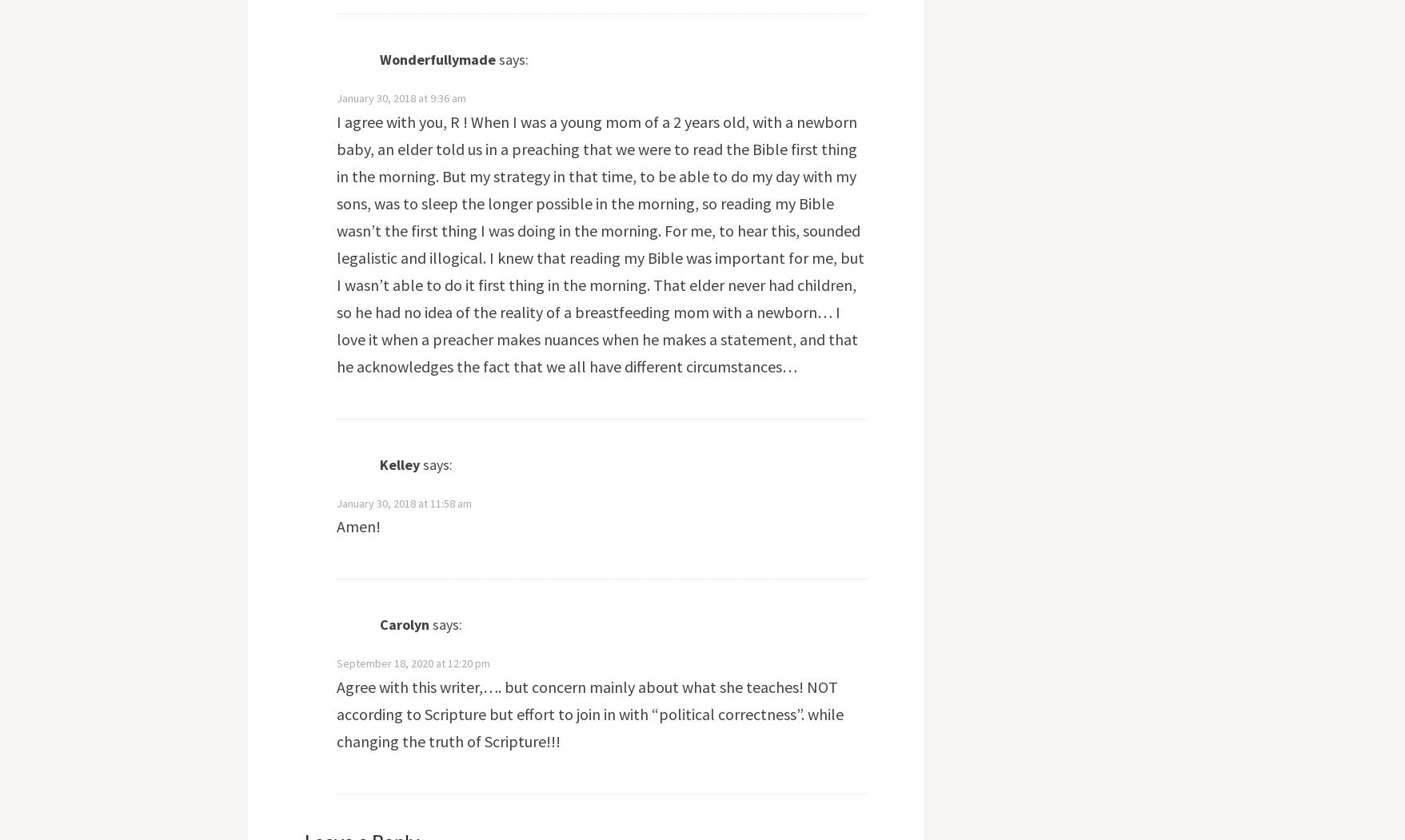  What do you see at coordinates (403, 623) in the screenshot?
I see `'Carolyn'` at bounding box center [403, 623].